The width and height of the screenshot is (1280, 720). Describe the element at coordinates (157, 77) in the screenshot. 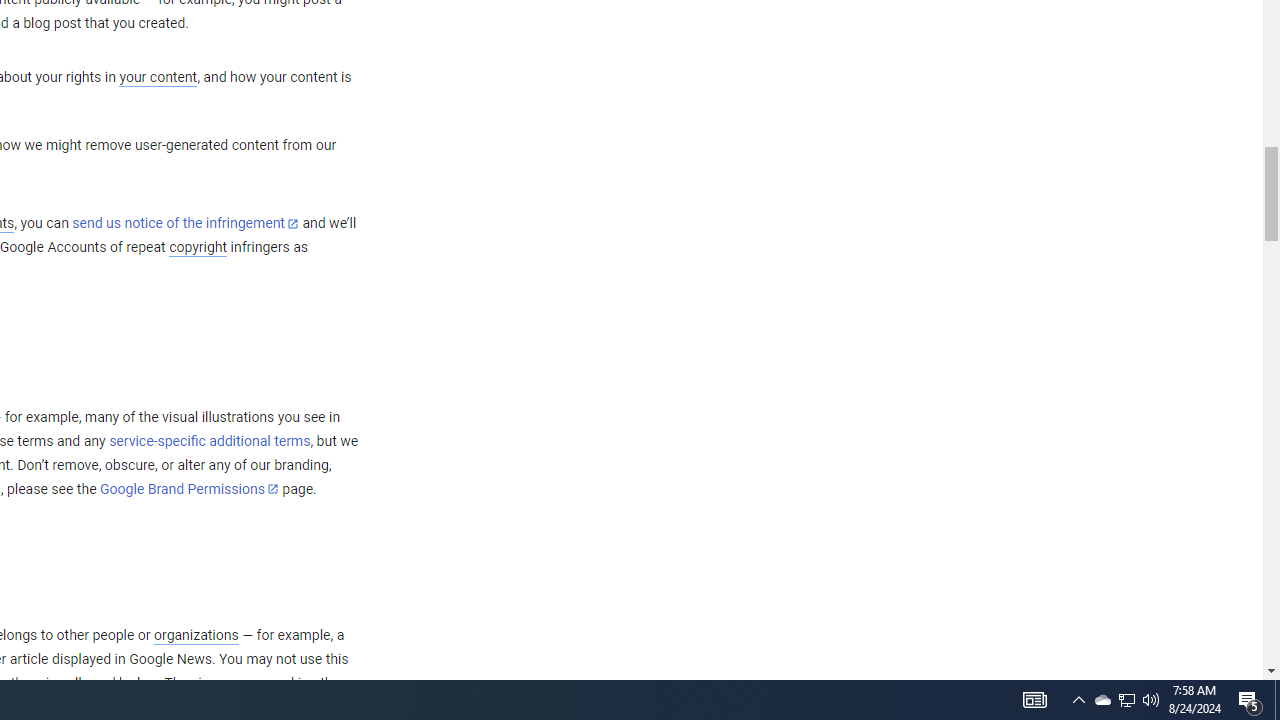

I see `'your content'` at that location.